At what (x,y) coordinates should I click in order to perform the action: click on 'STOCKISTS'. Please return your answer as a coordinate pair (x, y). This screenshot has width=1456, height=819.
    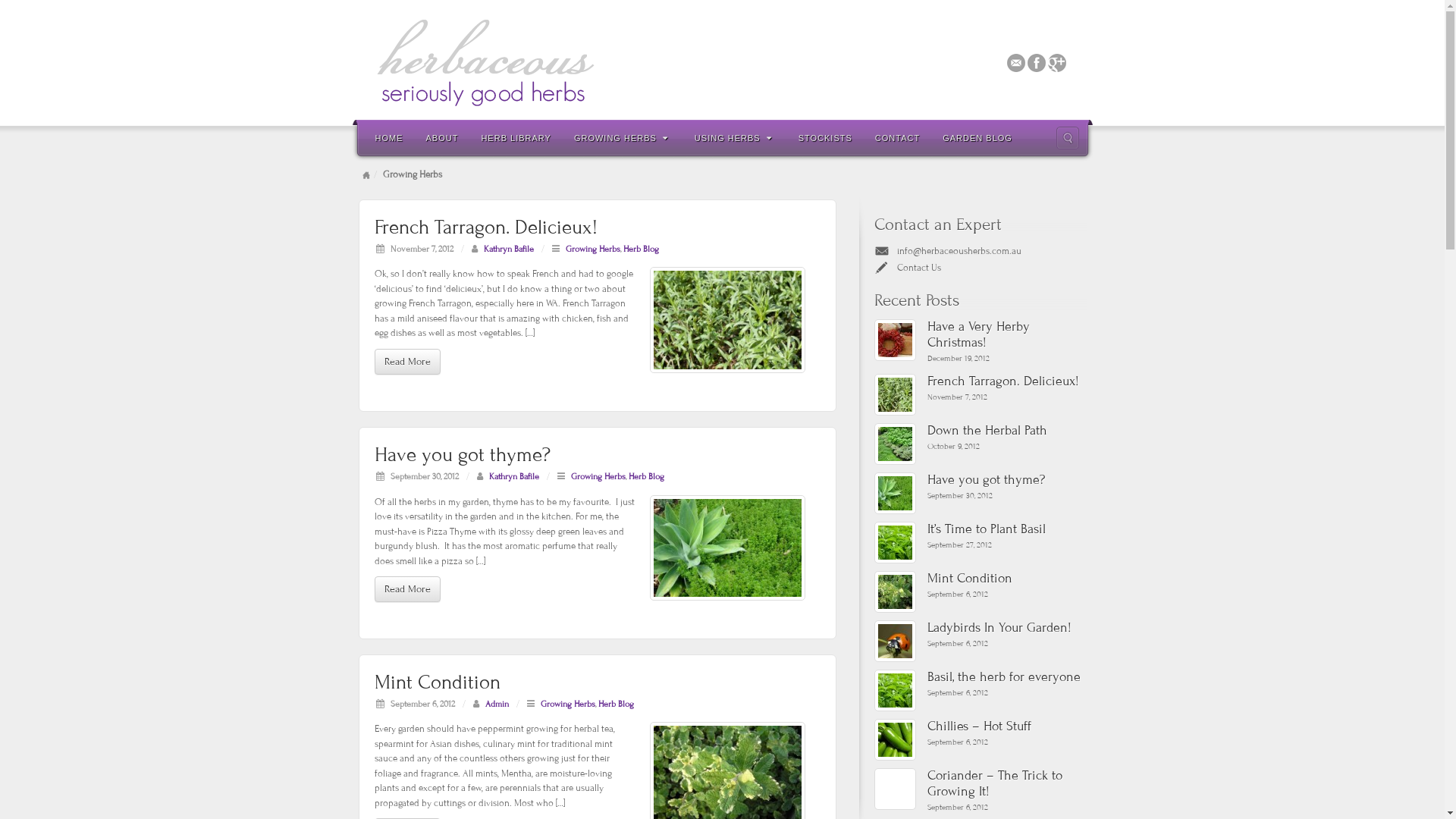
    Looking at the image, I should click on (824, 137).